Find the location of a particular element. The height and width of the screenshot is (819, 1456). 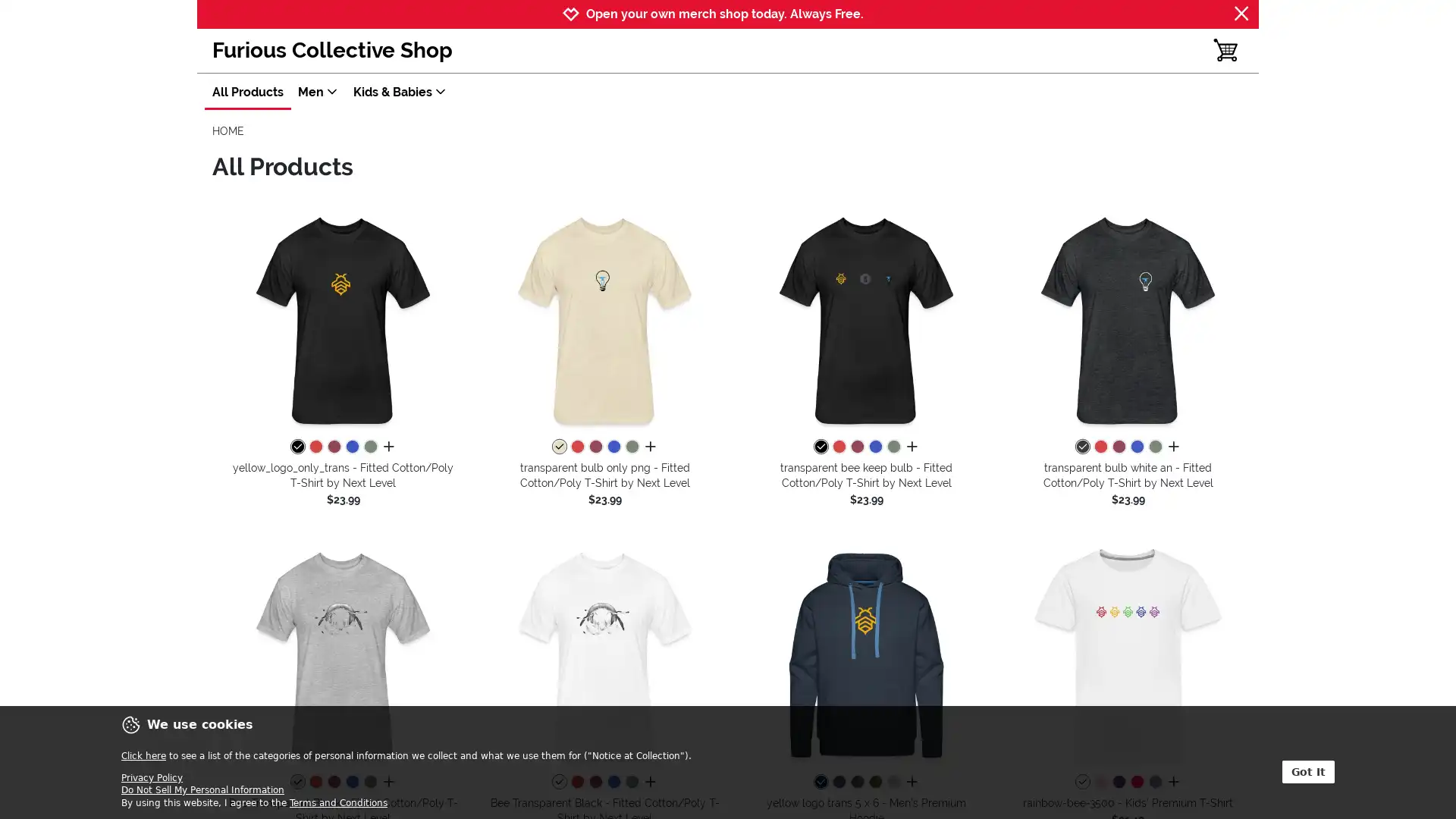

rainbow-bee-3500 - Kids' Premium T-Shirt is located at coordinates (1128, 654).